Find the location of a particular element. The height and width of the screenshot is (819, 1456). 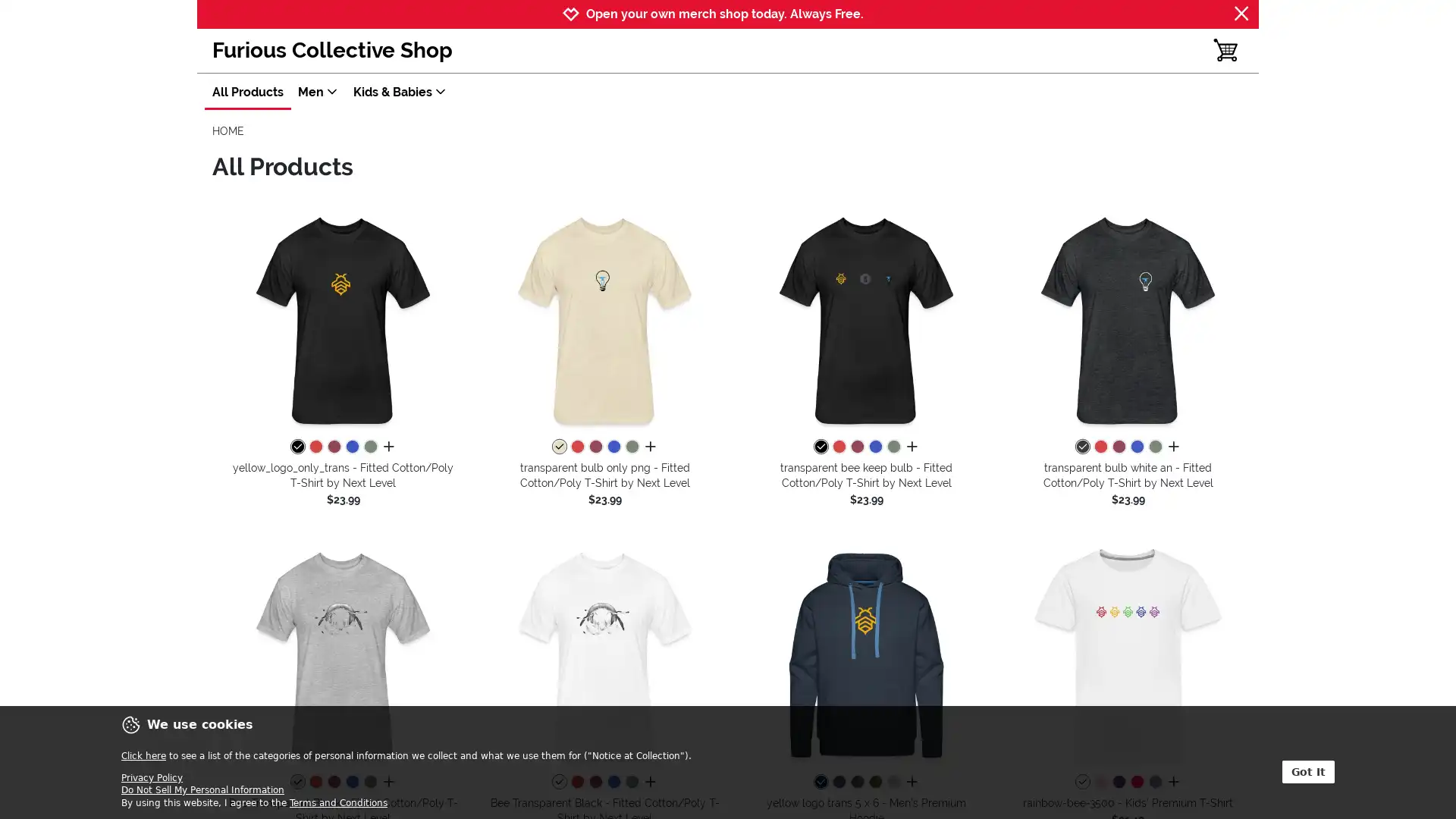

rainbow-bee-3500 - Kids' Premium T-Shirt is located at coordinates (1128, 654).